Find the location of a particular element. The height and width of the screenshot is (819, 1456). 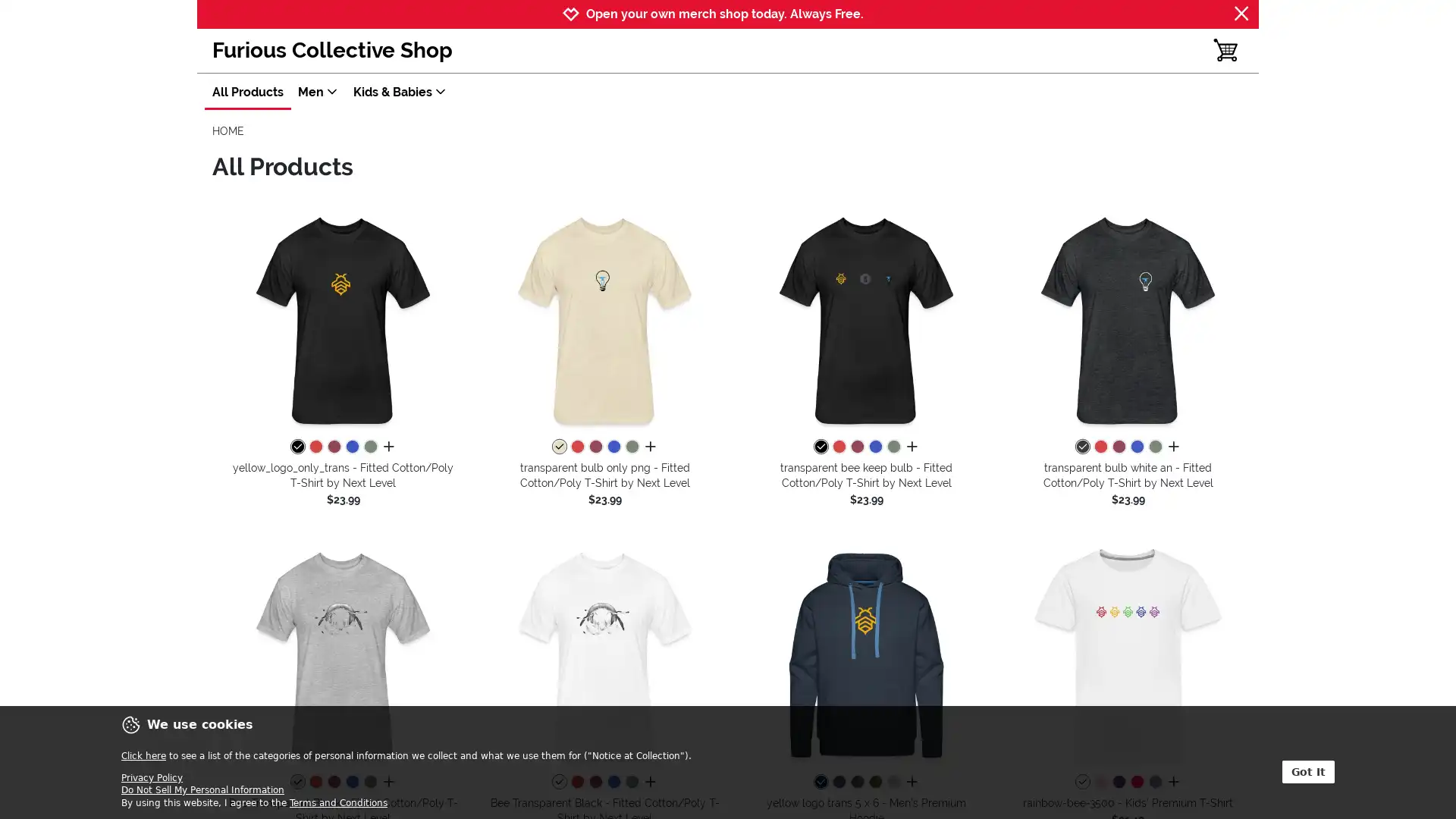

rainbow-bee-3500 - Kids' Premium T-Shirt is located at coordinates (1128, 654).